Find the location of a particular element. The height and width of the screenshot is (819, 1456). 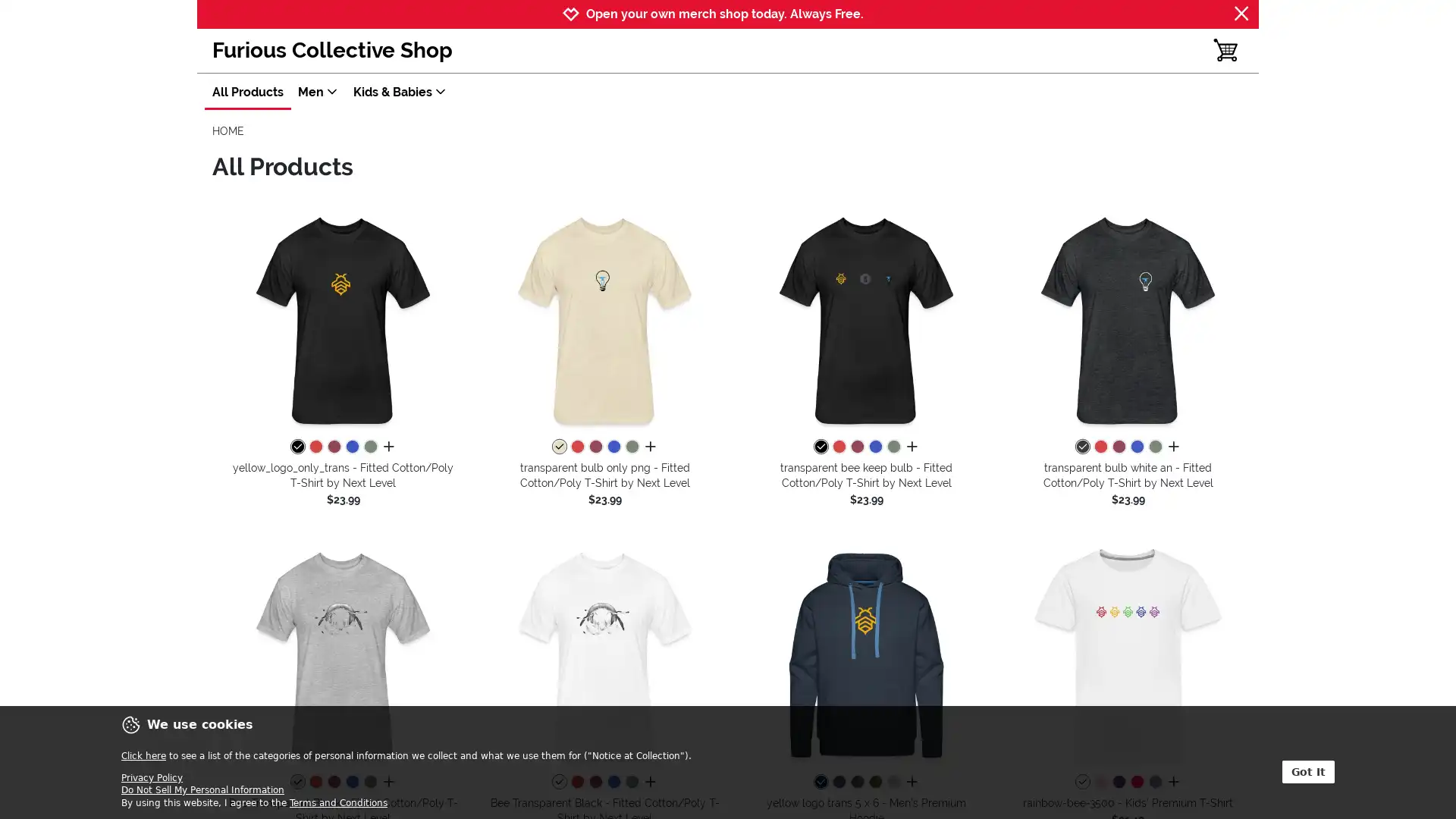

rainbow-bee-3500 - Kids' Premium T-Shirt is located at coordinates (1128, 654).